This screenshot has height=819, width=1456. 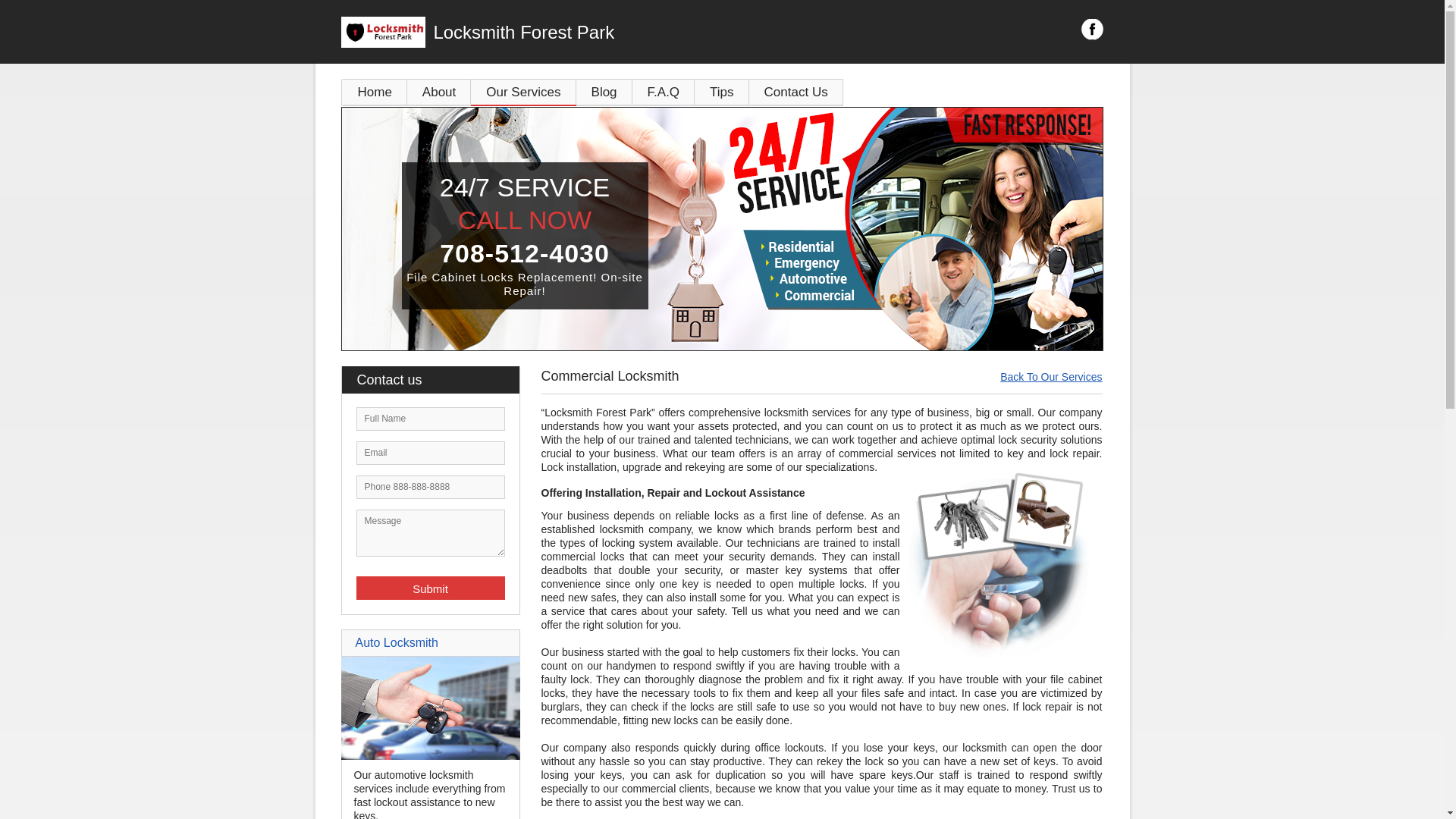 What do you see at coordinates (407, 92) in the screenshot?
I see `'About'` at bounding box center [407, 92].